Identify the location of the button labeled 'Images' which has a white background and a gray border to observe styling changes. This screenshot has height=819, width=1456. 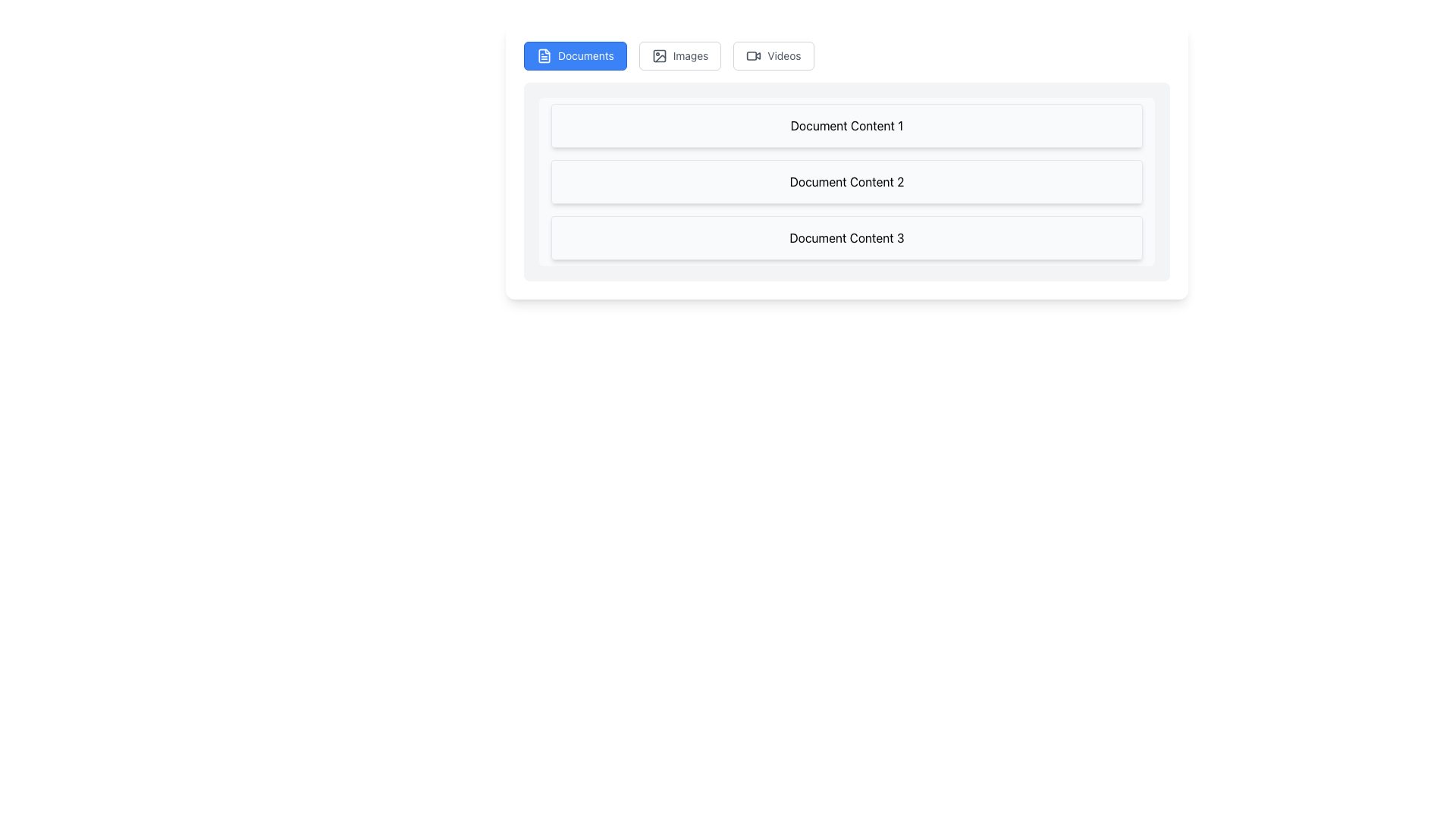
(679, 55).